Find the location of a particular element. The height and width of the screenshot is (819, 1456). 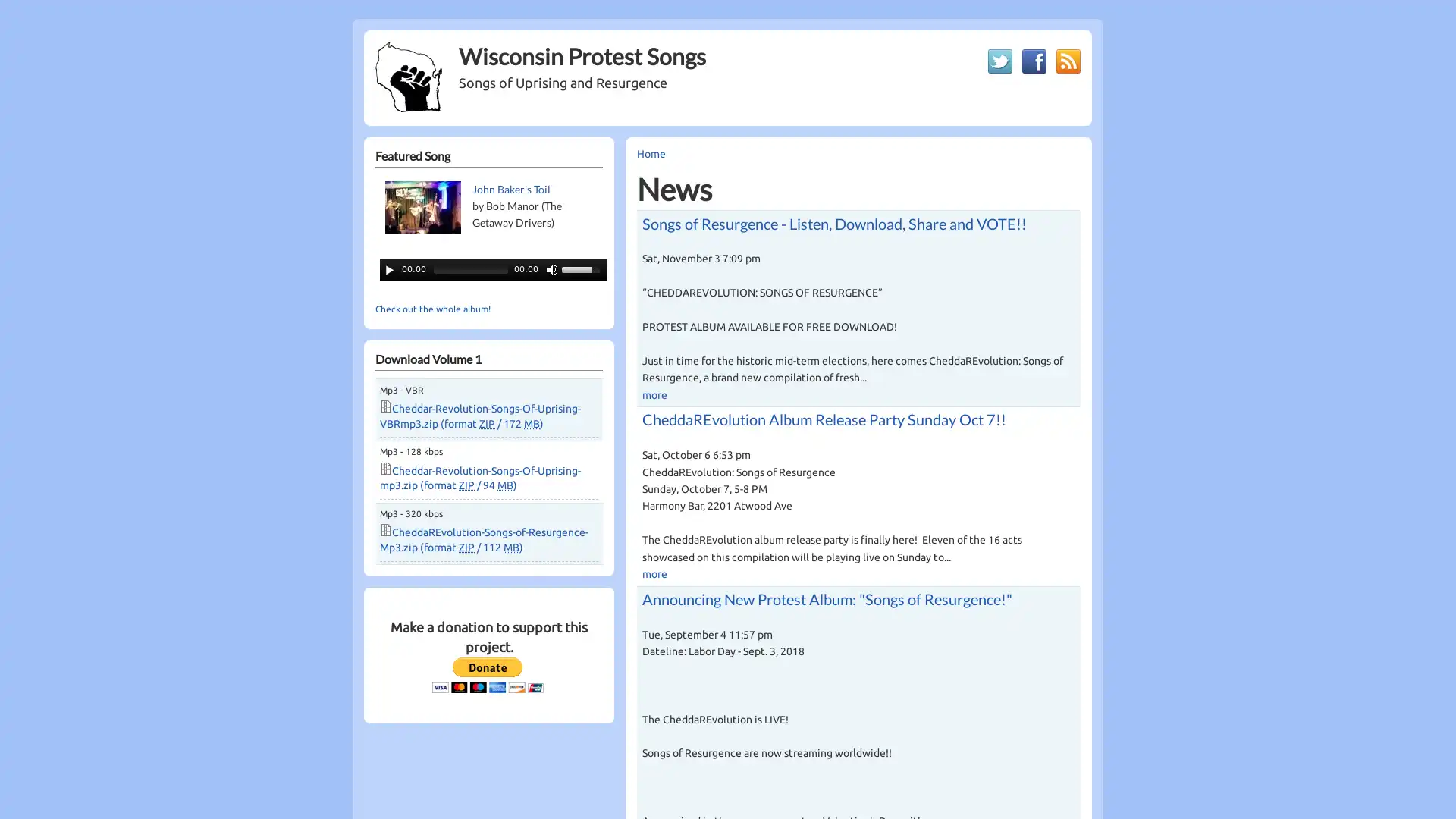

Play/Pause is located at coordinates (389, 268).